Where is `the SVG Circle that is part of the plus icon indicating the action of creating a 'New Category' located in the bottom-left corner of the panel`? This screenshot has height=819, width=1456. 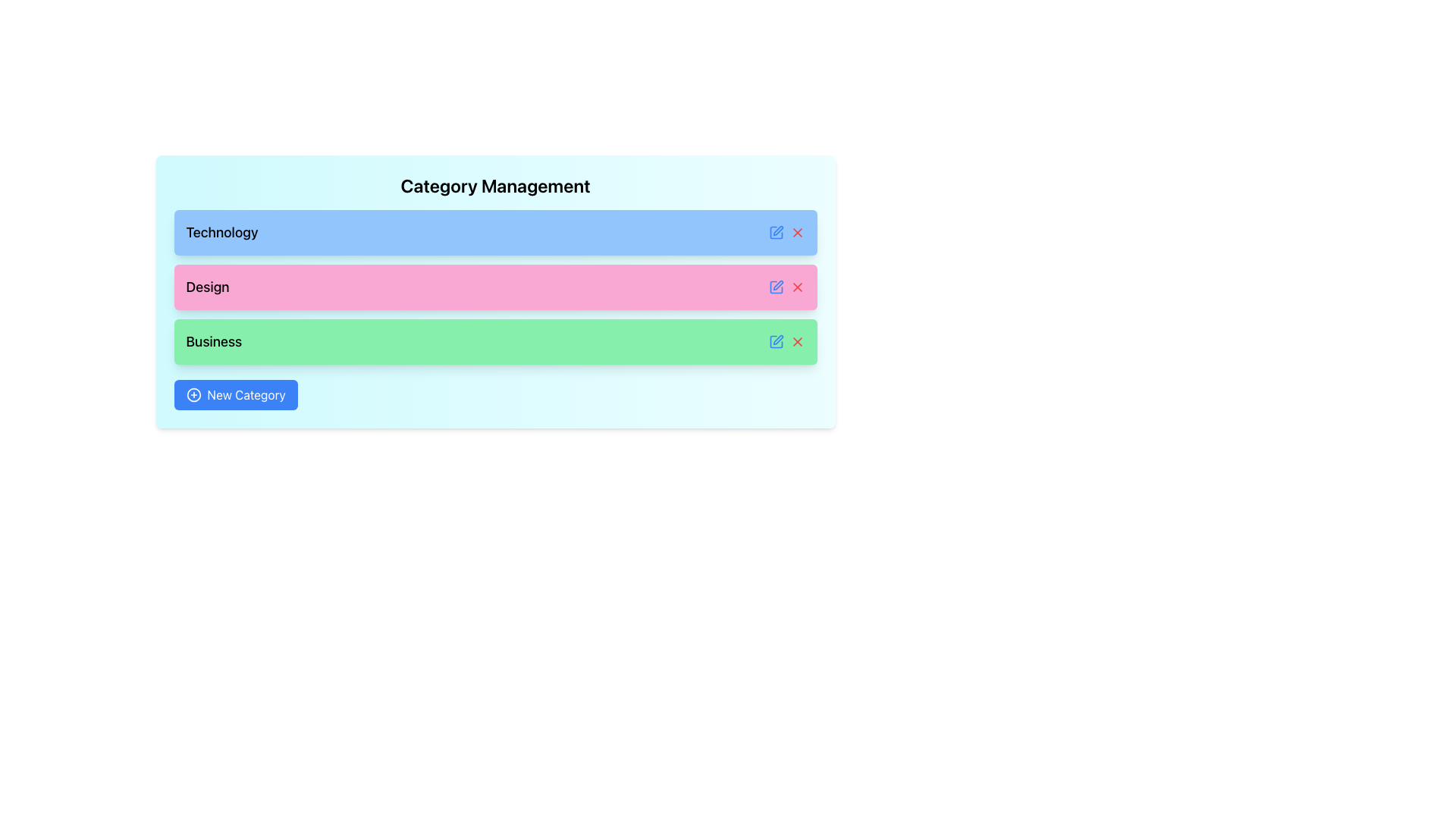 the SVG Circle that is part of the plus icon indicating the action of creating a 'New Category' located in the bottom-left corner of the panel is located at coordinates (193, 394).